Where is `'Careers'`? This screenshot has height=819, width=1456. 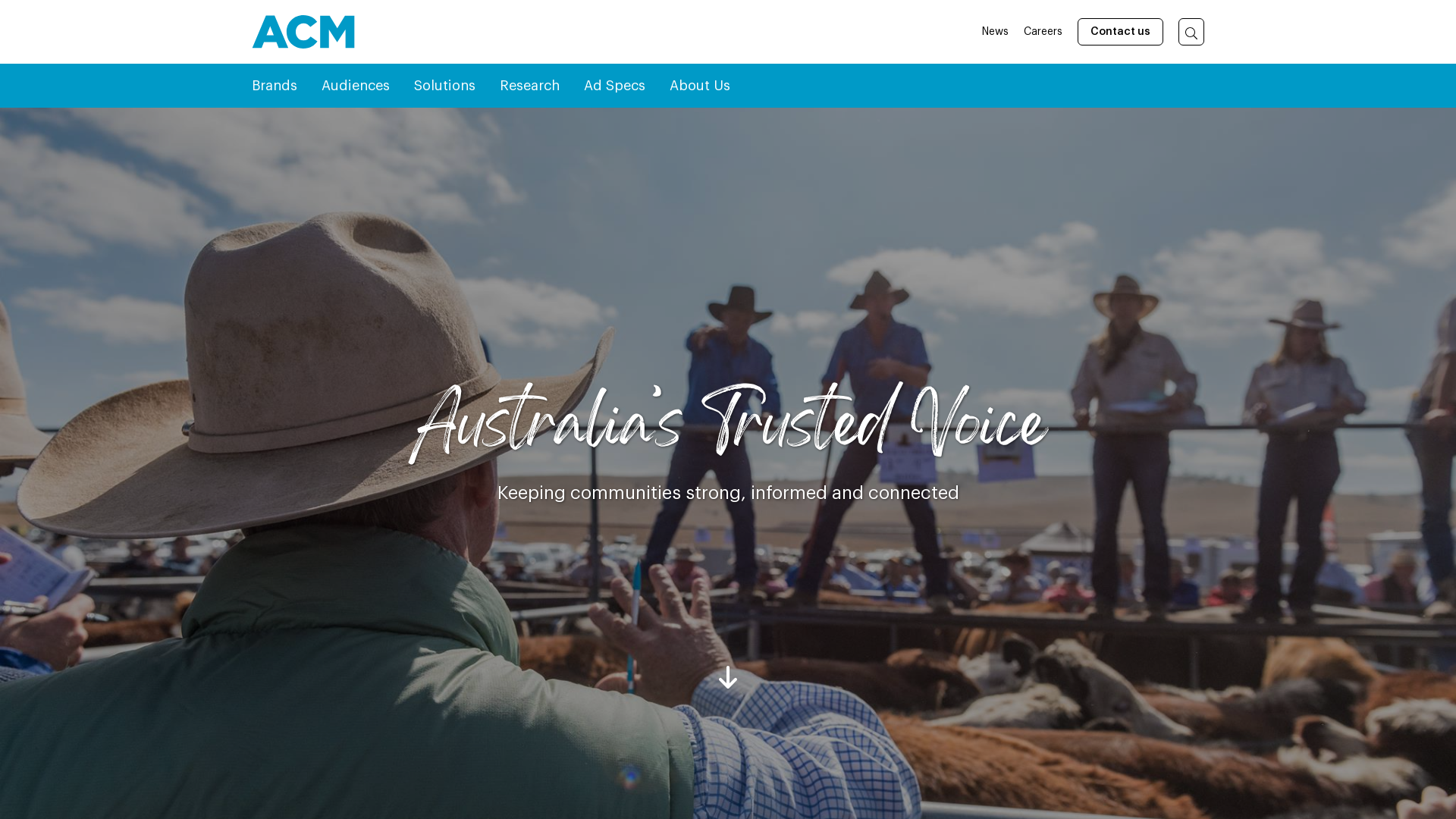
'Careers' is located at coordinates (1042, 32).